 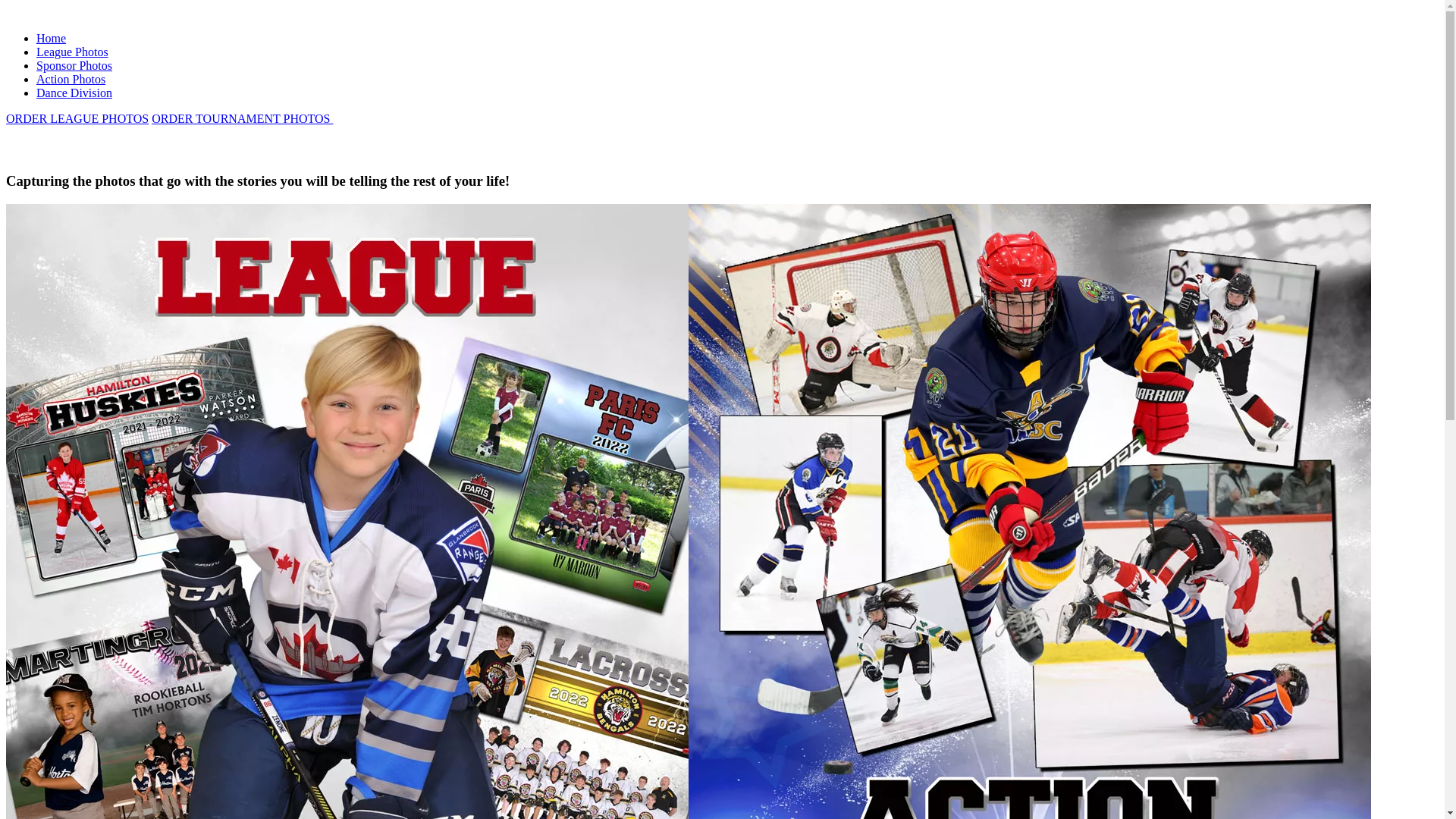 What do you see at coordinates (73, 93) in the screenshot?
I see `'Dance Division'` at bounding box center [73, 93].